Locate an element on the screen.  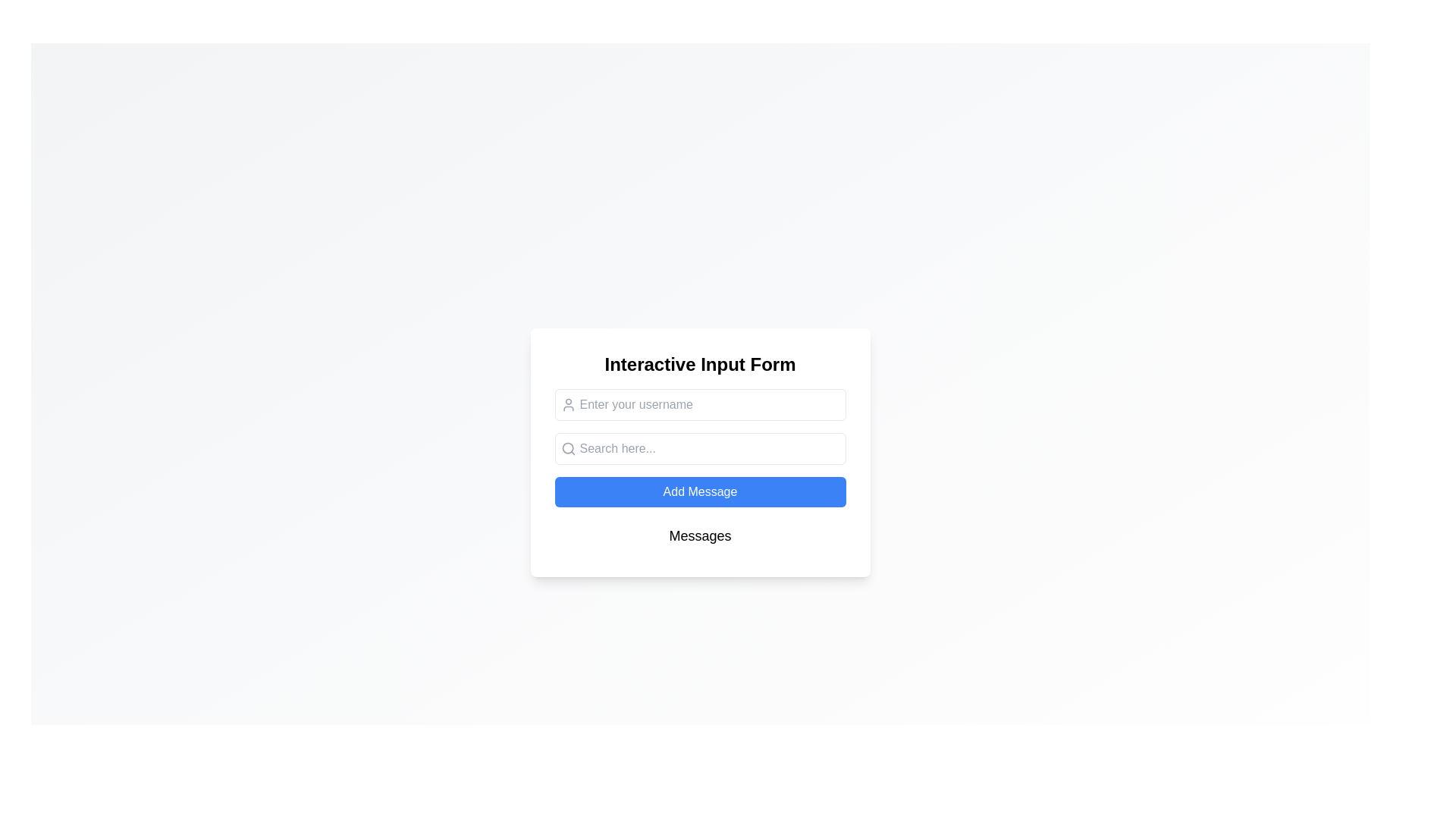
the icon indicating the username input field, located at the leftmost side adjacent to the placeholder text 'Enter your username' is located at coordinates (567, 403).